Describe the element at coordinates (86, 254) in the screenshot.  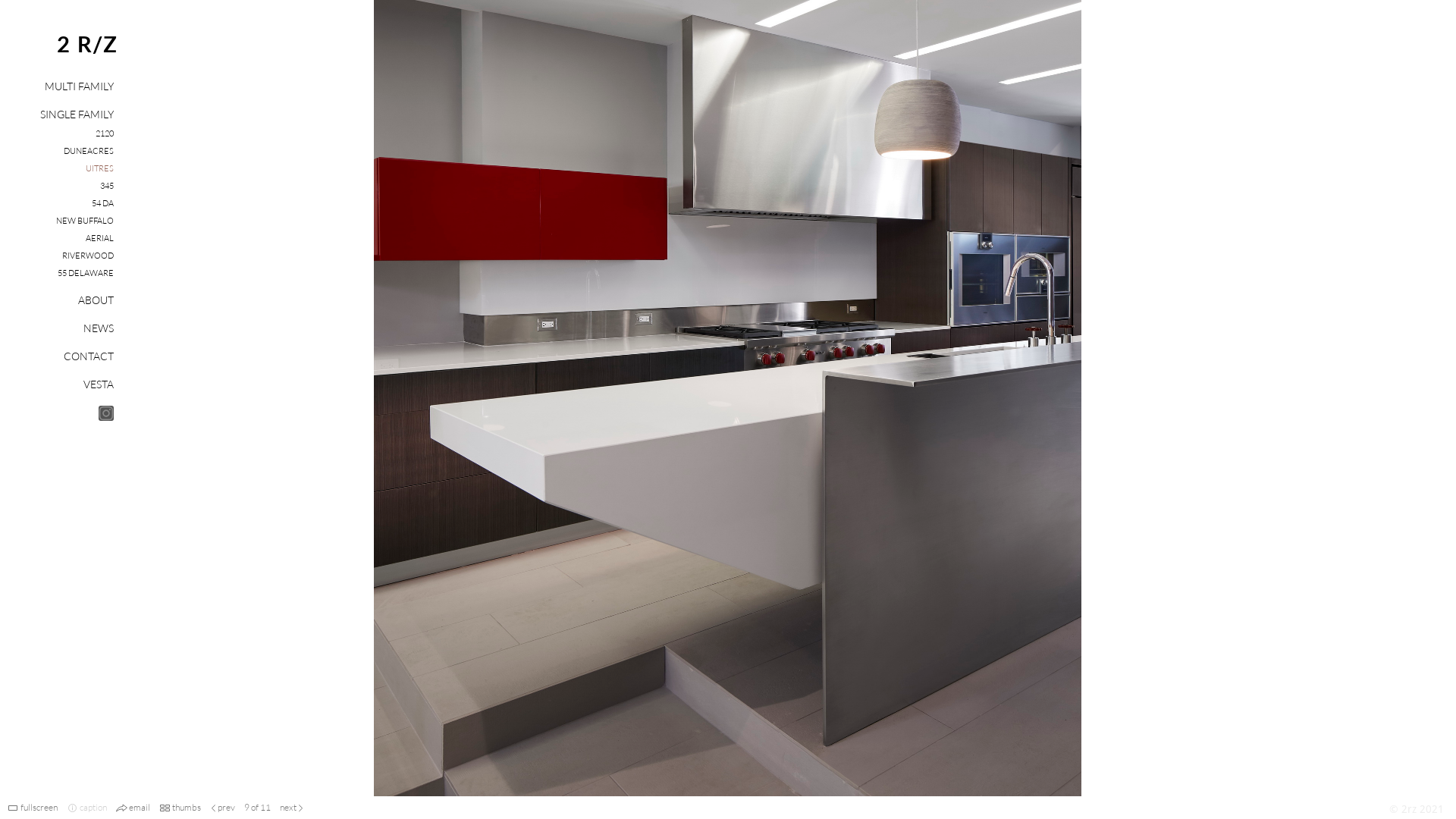
I see `'RIVERWOOD'` at that location.